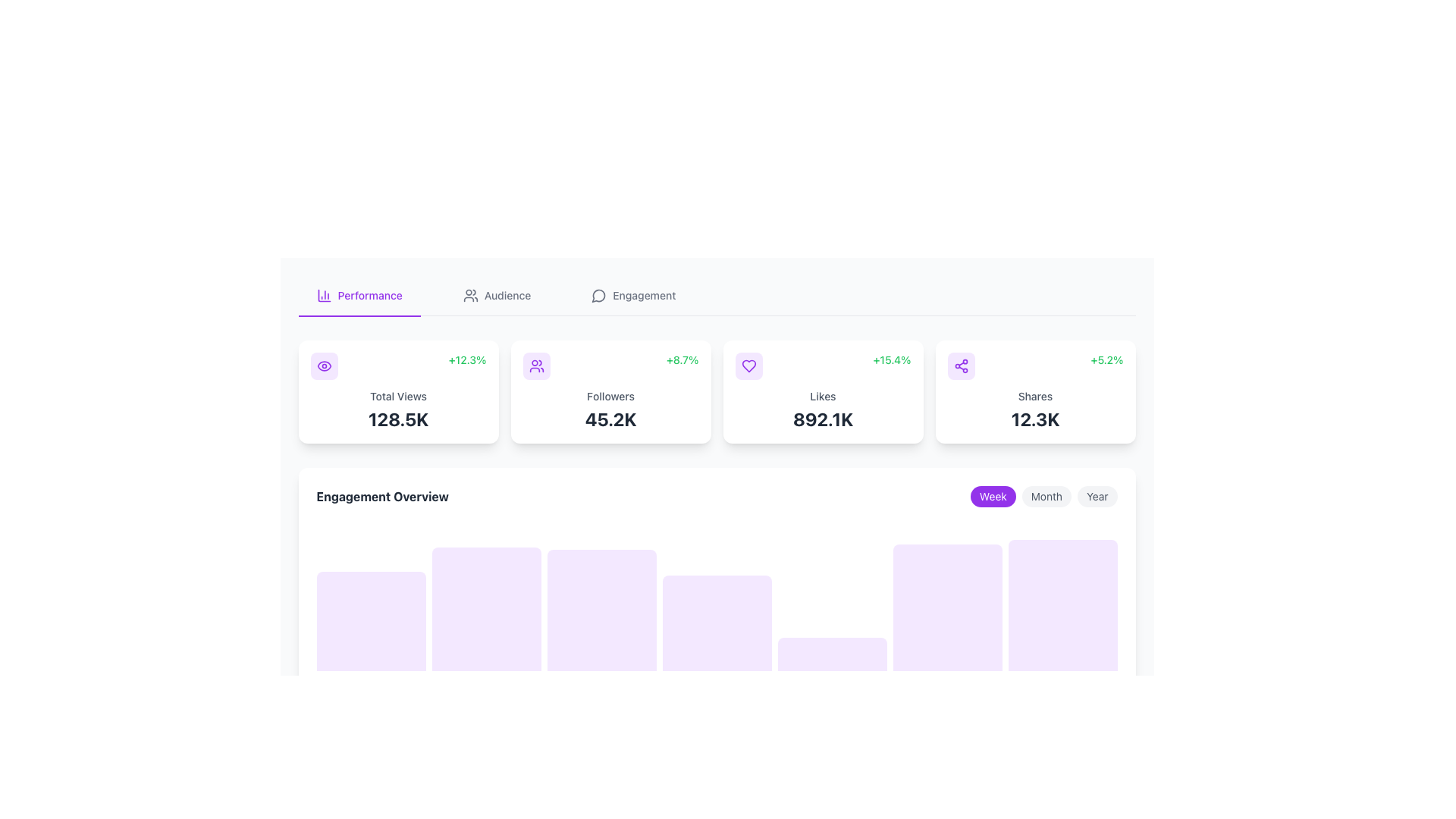 Image resolution: width=1456 pixels, height=819 pixels. I want to click on the sixth column of the bar chart in the 'Engagement Overview' section, so click(946, 607).